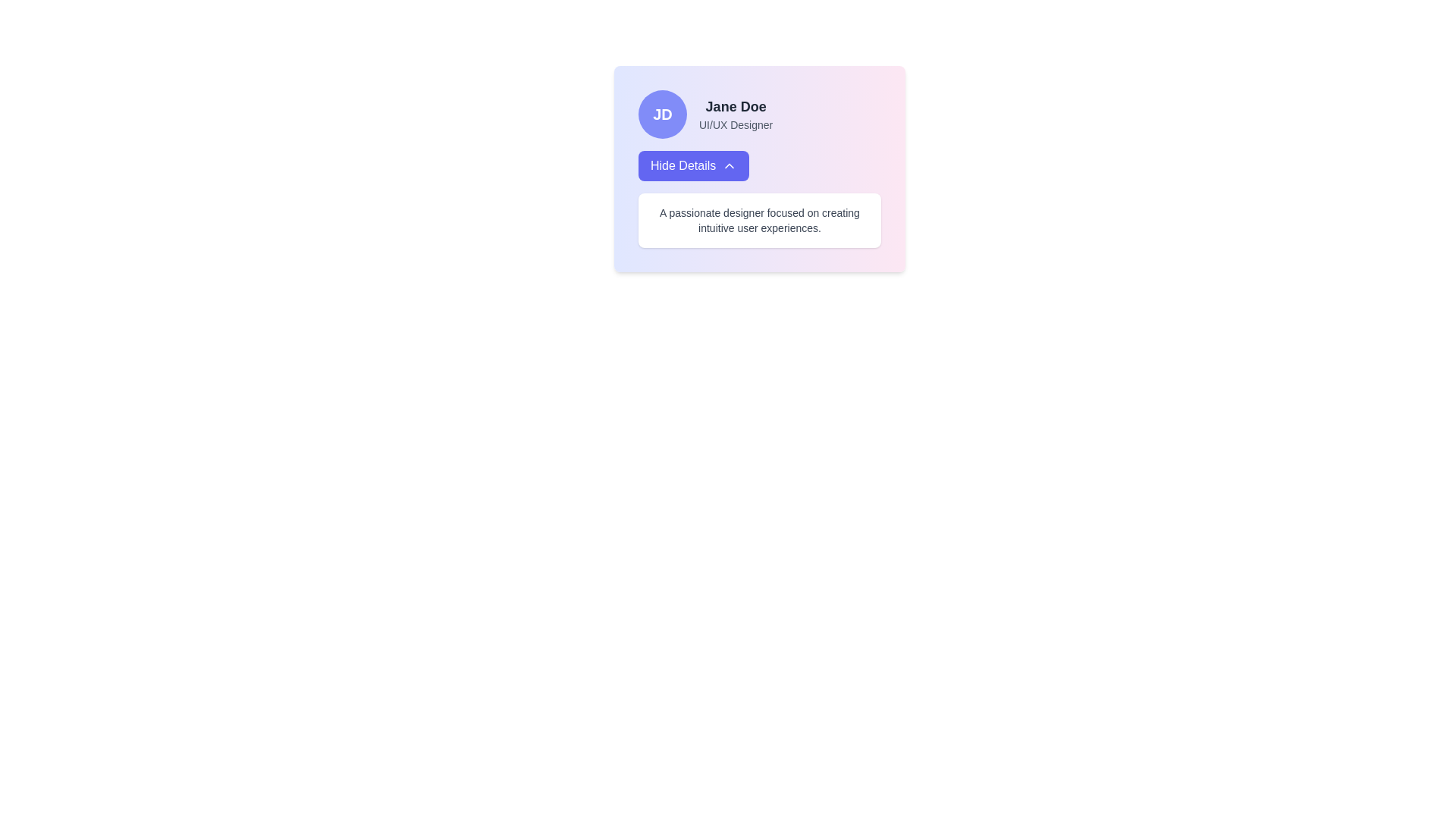 This screenshot has width=1456, height=819. What do you see at coordinates (736, 124) in the screenshot?
I see `the text label indicating the professional title or role associated with the profile of 'Jane Doe', which is centrally aligned below her name within the profile card` at bounding box center [736, 124].